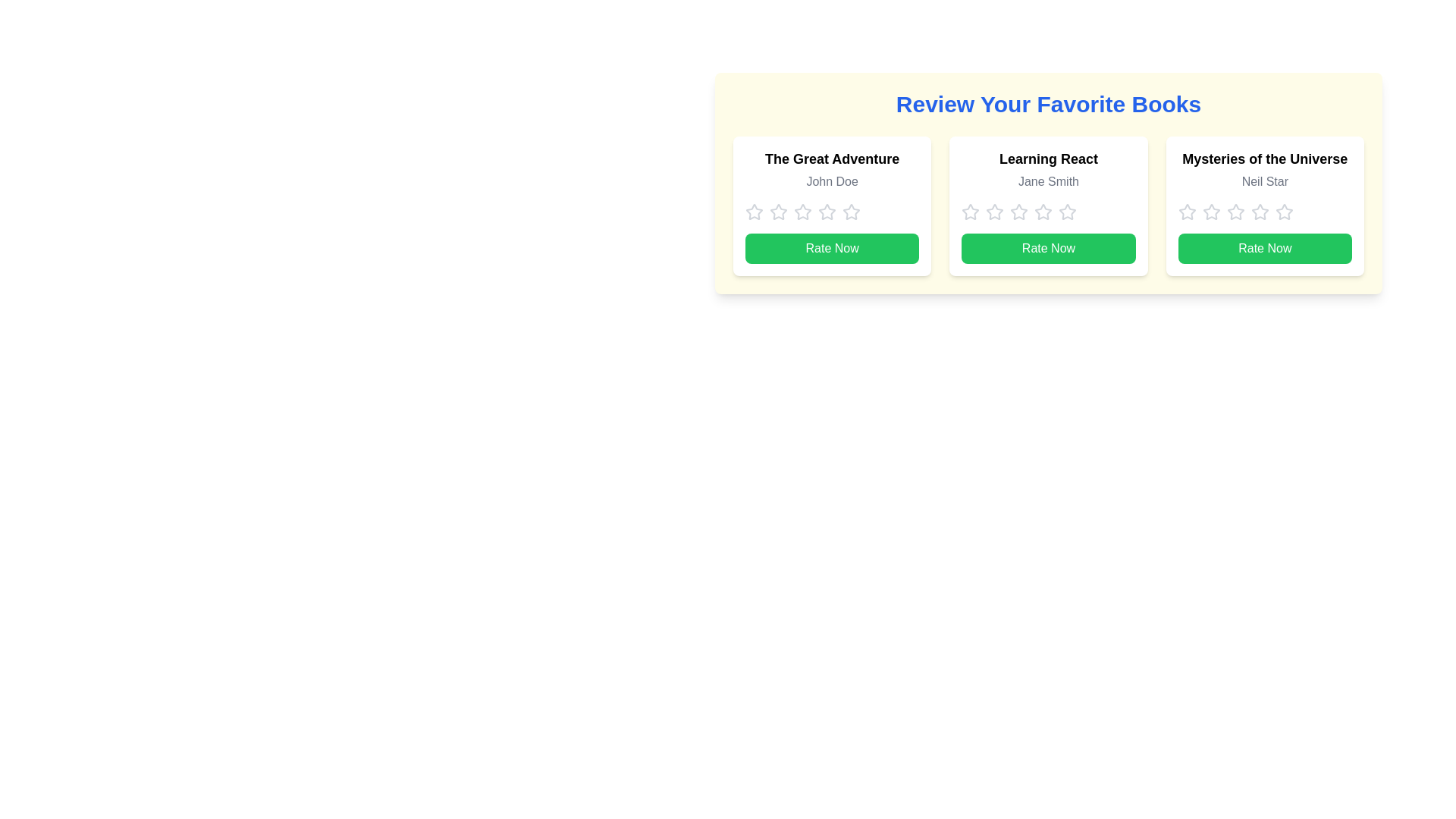 The width and height of the screenshot is (1456, 819). Describe the element at coordinates (1210, 212) in the screenshot. I see `the second interactive star icon for rating selection located below the book titled 'Mysteries of the Universe' by Neil Star` at that location.